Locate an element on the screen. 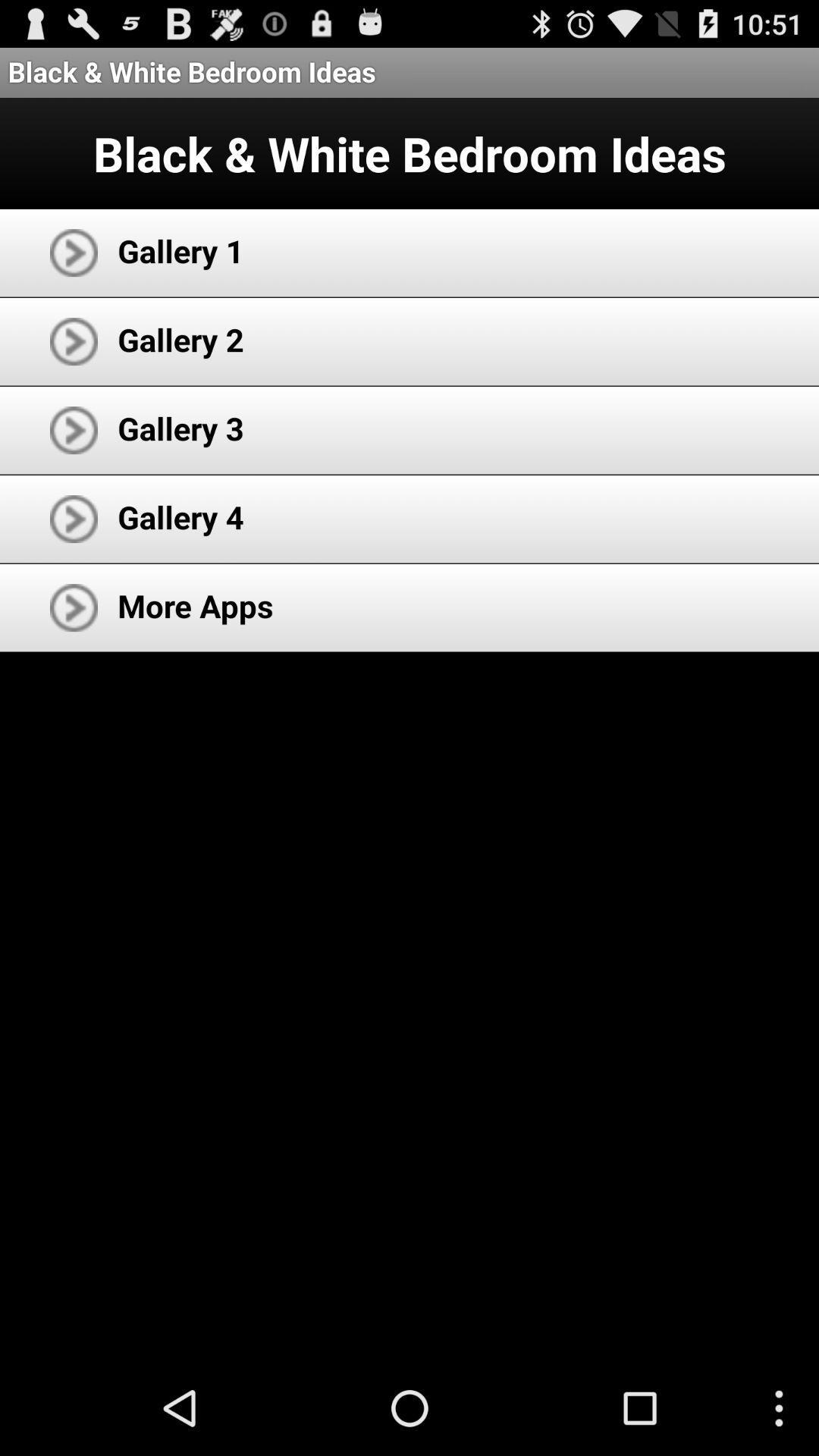  more apps app is located at coordinates (195, 604).